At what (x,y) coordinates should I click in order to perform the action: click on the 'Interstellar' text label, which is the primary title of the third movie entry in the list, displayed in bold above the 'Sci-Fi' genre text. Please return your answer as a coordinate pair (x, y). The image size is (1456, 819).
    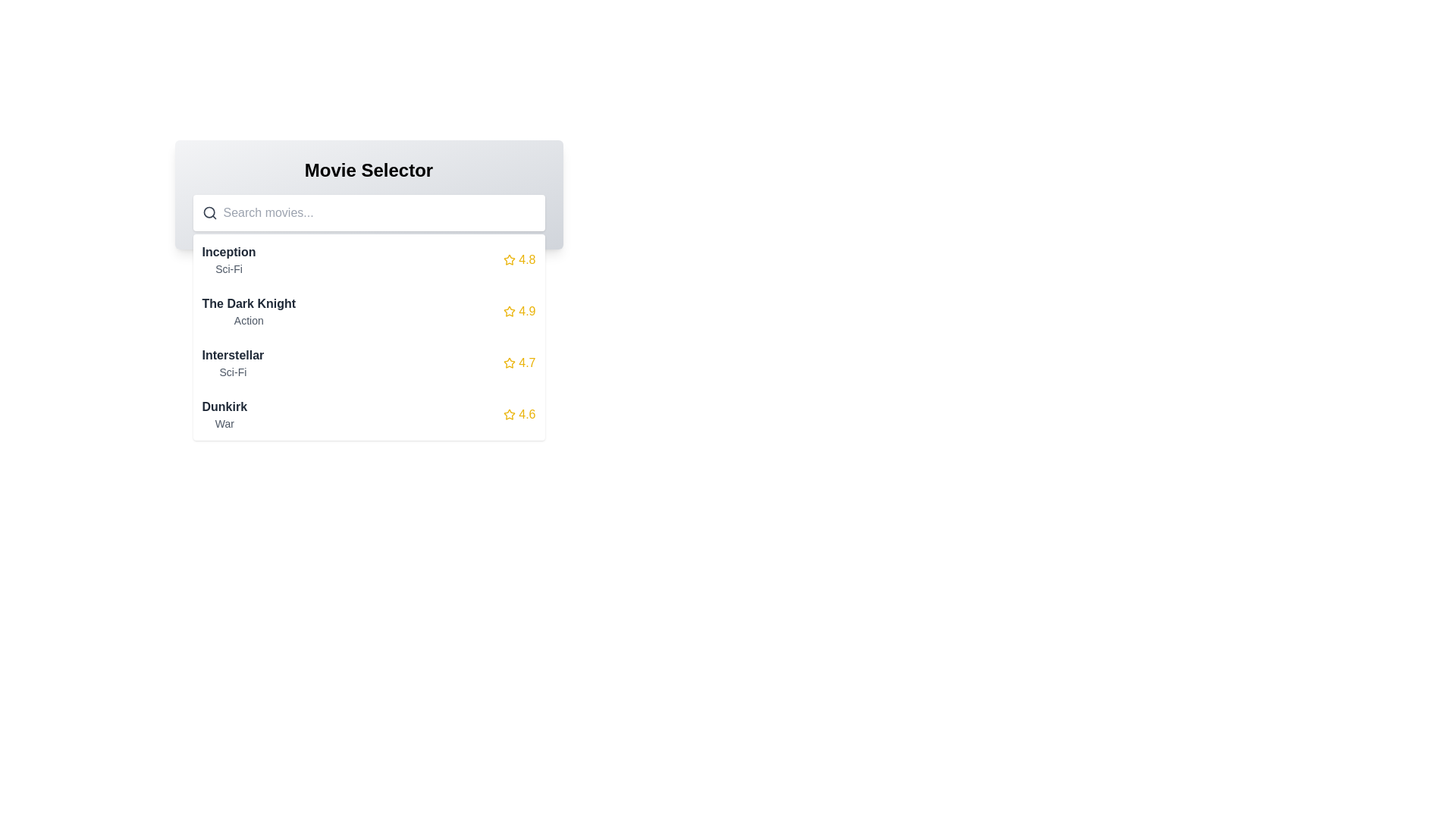
    Looking at the image, I should click on (232, 356).